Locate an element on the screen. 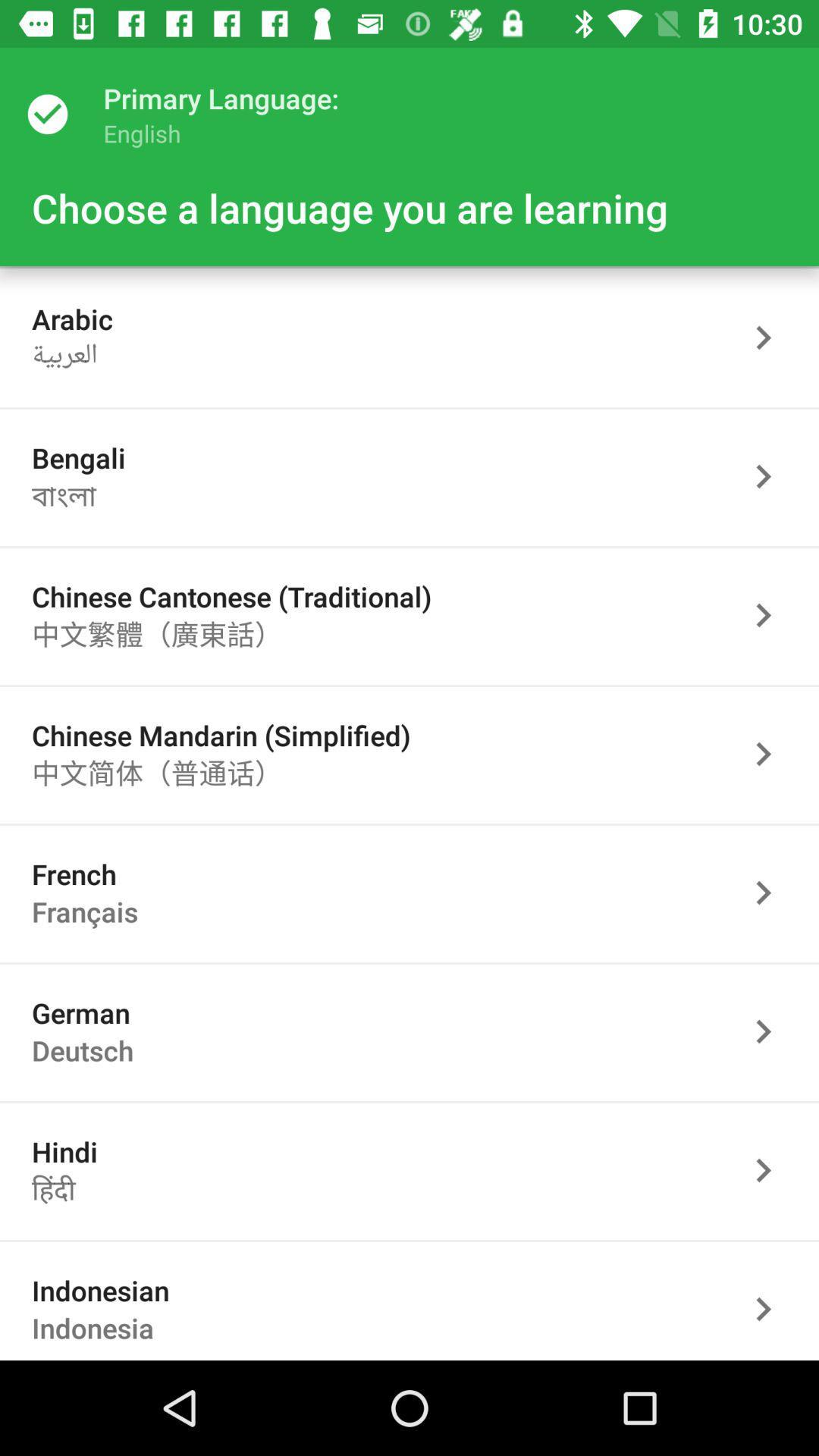 The width and height of the screenshot is (819, 1456). choose language is located at coordinates (771, 893).